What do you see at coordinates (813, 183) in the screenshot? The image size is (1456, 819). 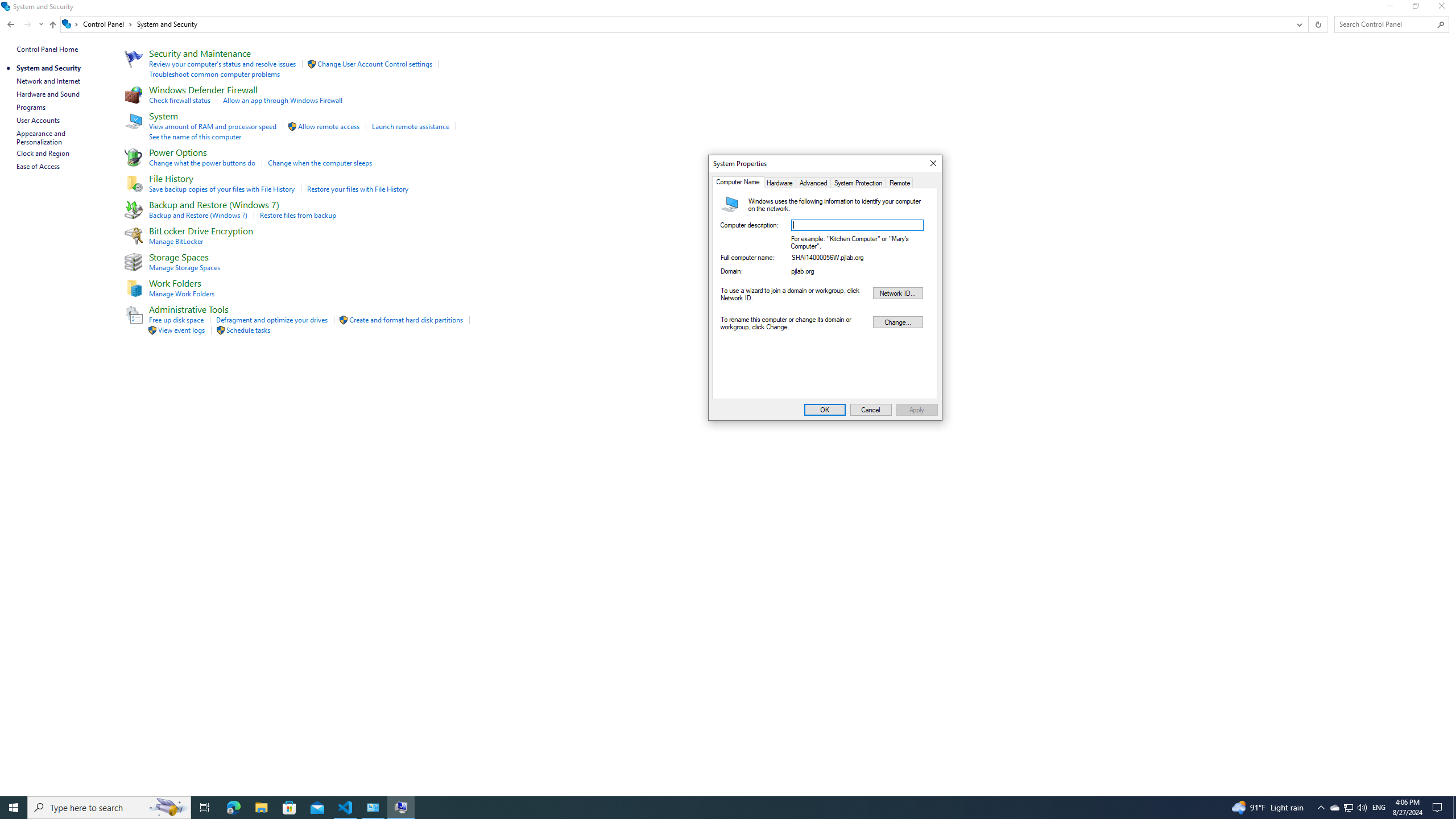 I see `'Advanced'` at bounding box center [813, 183].